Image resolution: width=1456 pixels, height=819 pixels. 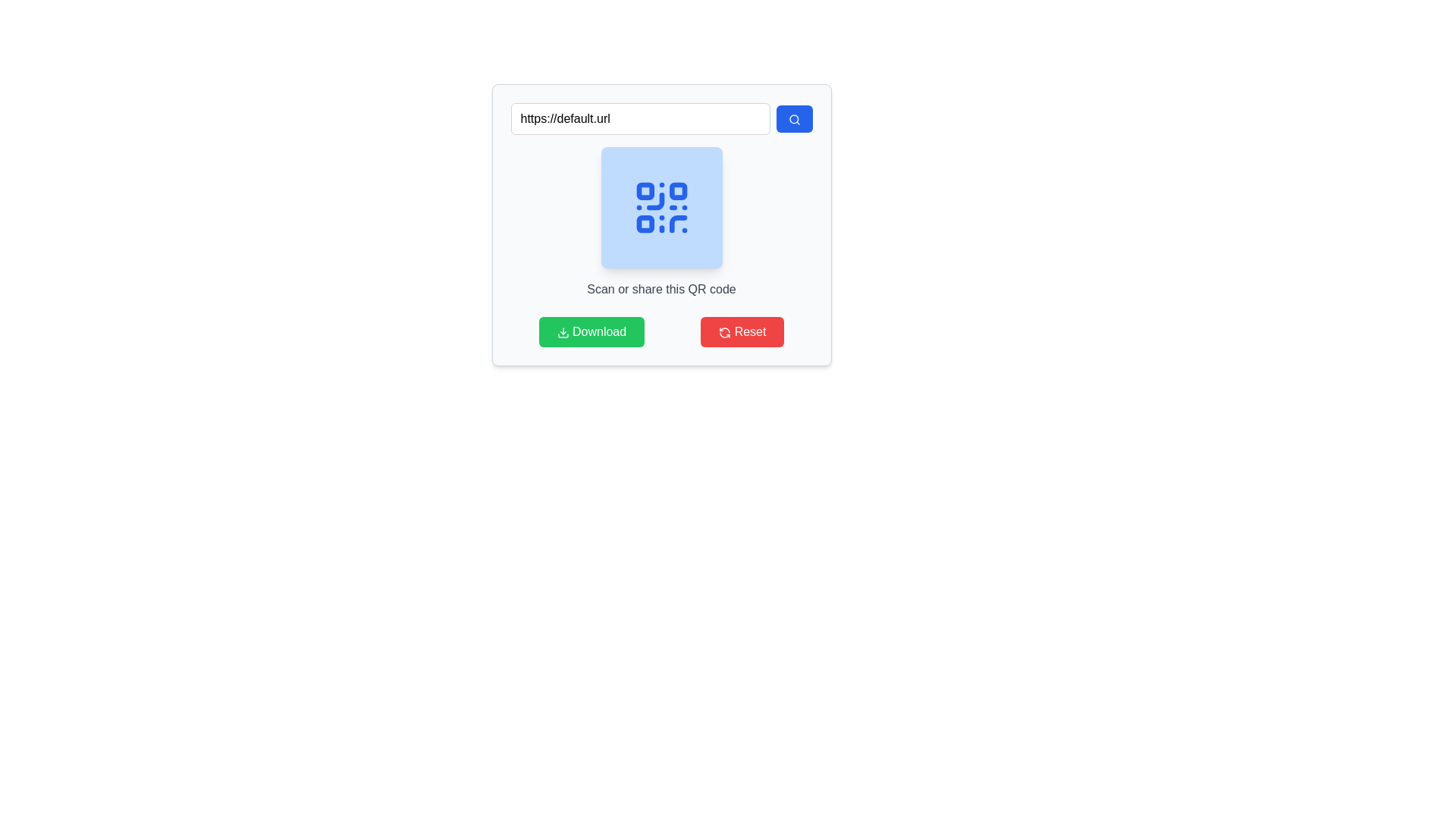 I want to click on the reset button, which features a circular arrow icon, located to the right of the green 'Download' button and below the QR code and search bar sections, so click(x=724, y=331).